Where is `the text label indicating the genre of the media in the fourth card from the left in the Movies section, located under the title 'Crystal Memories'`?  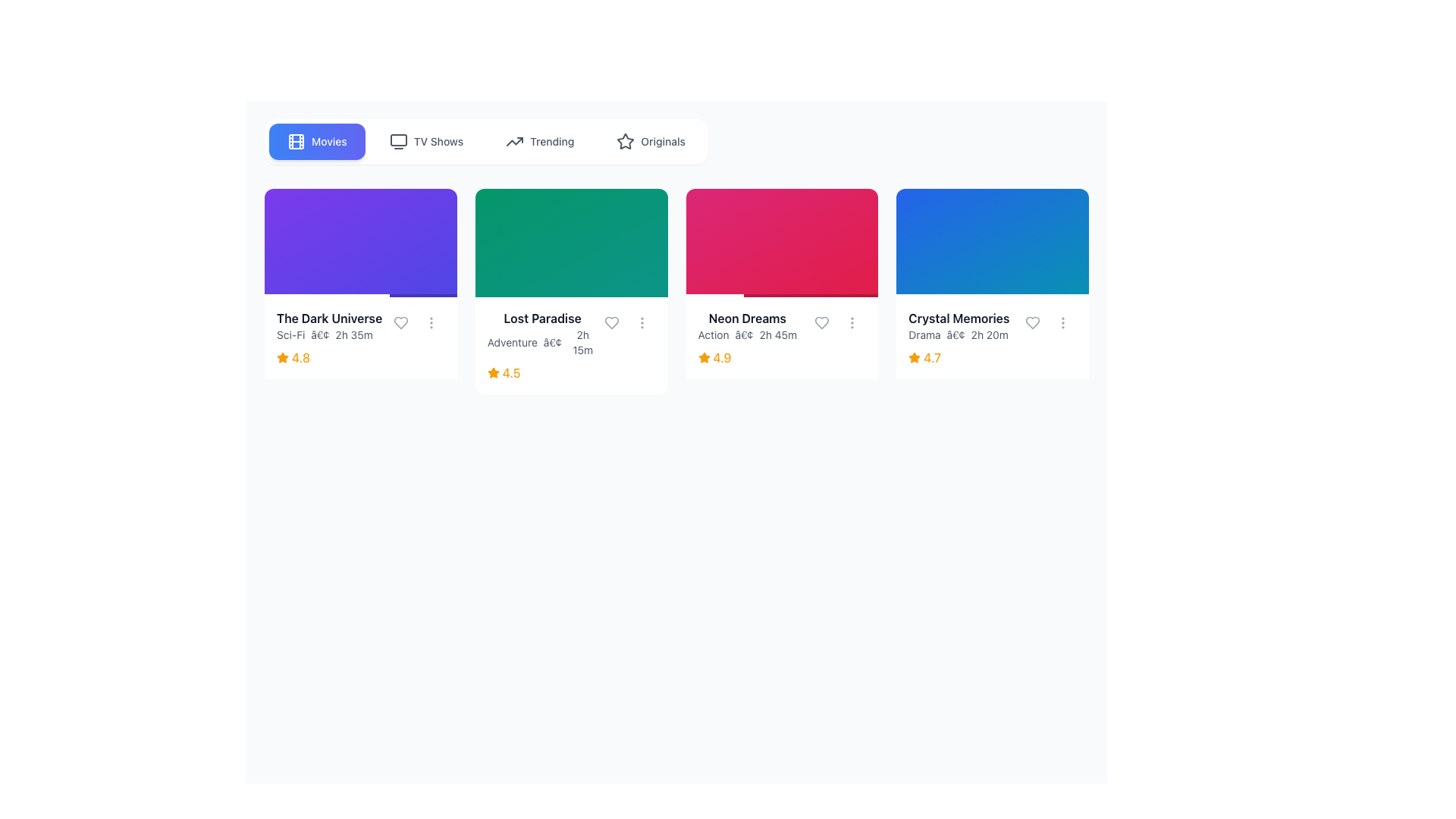 the text label indicating the genre of the media in the fourth card from the left in the Movies section, located under the title 'Crystal Memories' is located at coordinates (924, 334).